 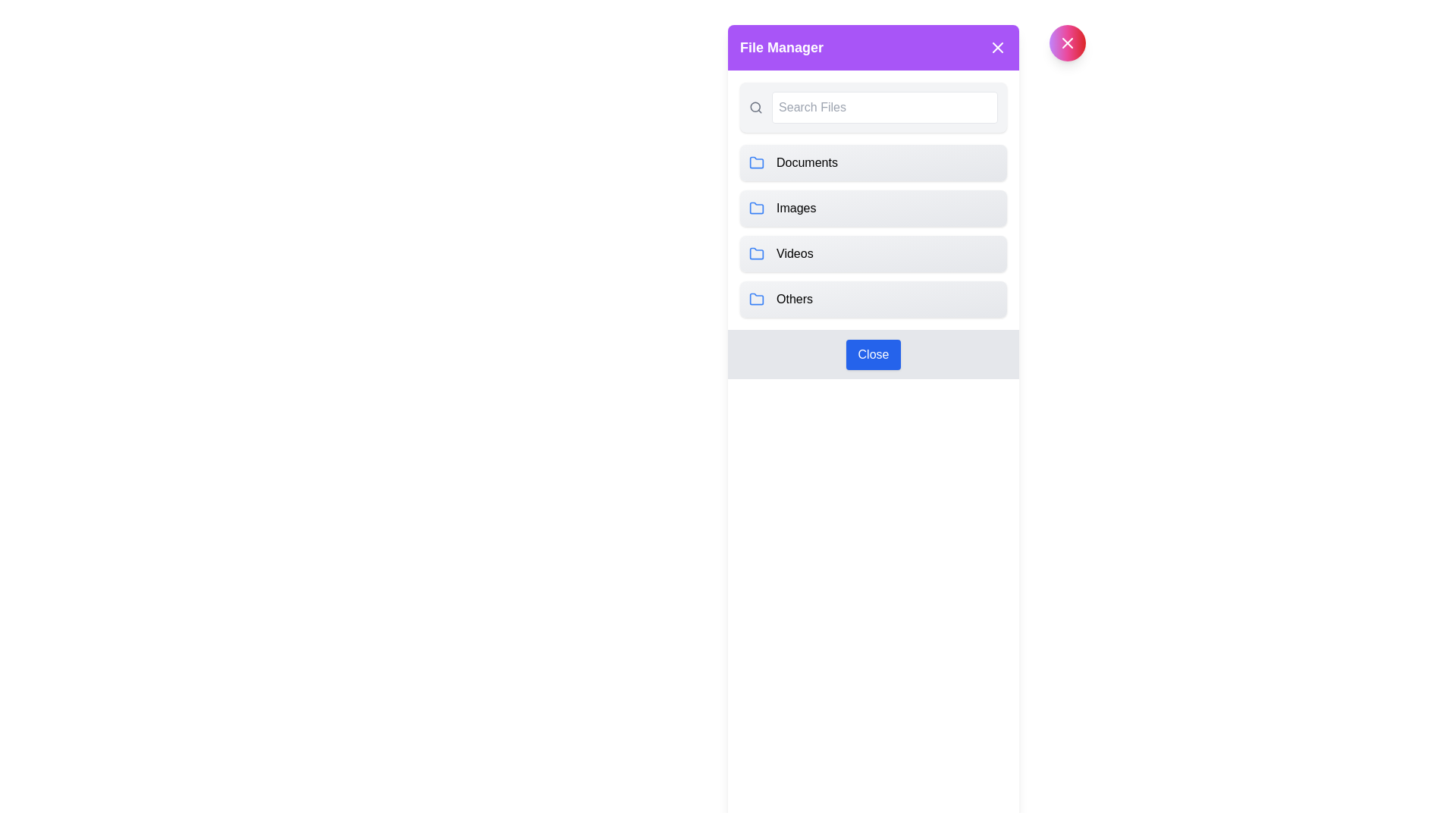 What do you see at coordinates (874, 199) in the screenshot?
I see `a row in the List component` at bounding box center [874, 199].